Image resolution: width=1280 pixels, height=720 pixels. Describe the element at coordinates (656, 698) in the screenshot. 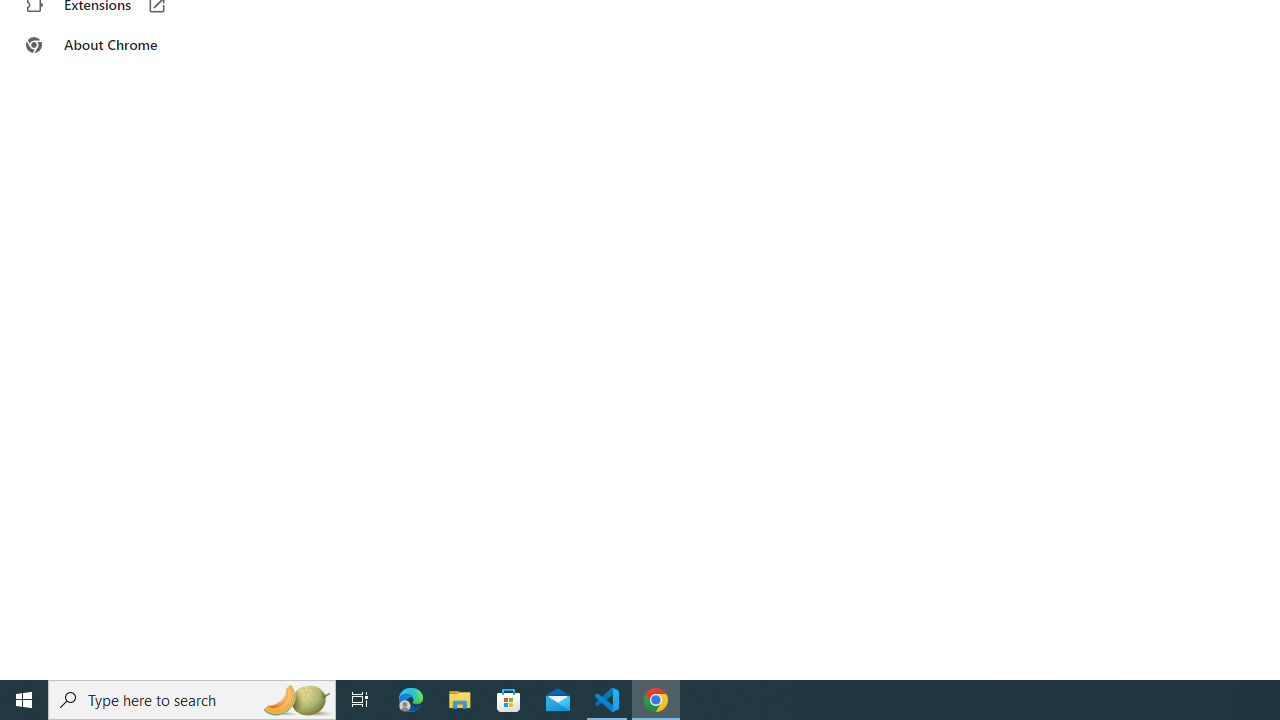

I see `'Google Chrome - 1 running window'` at that location.